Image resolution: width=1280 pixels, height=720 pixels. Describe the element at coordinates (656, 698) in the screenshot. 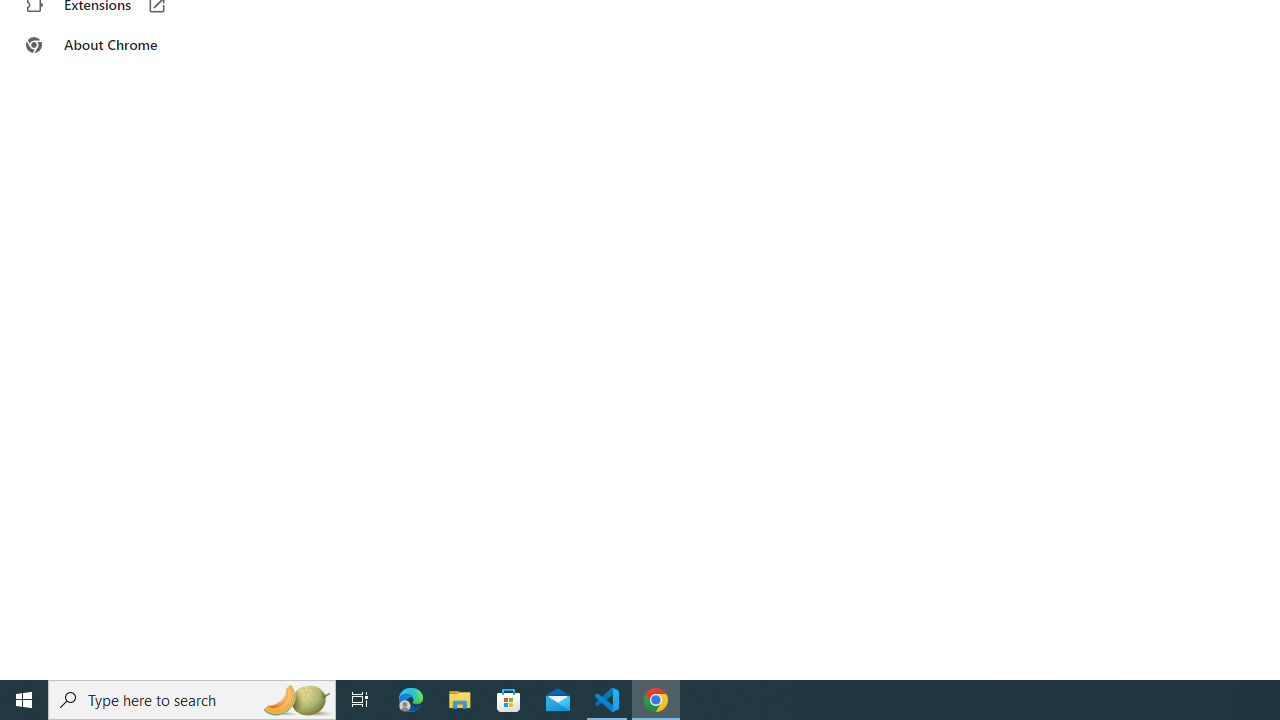

I see `'Google Chrome - 1 running window'` at that location.